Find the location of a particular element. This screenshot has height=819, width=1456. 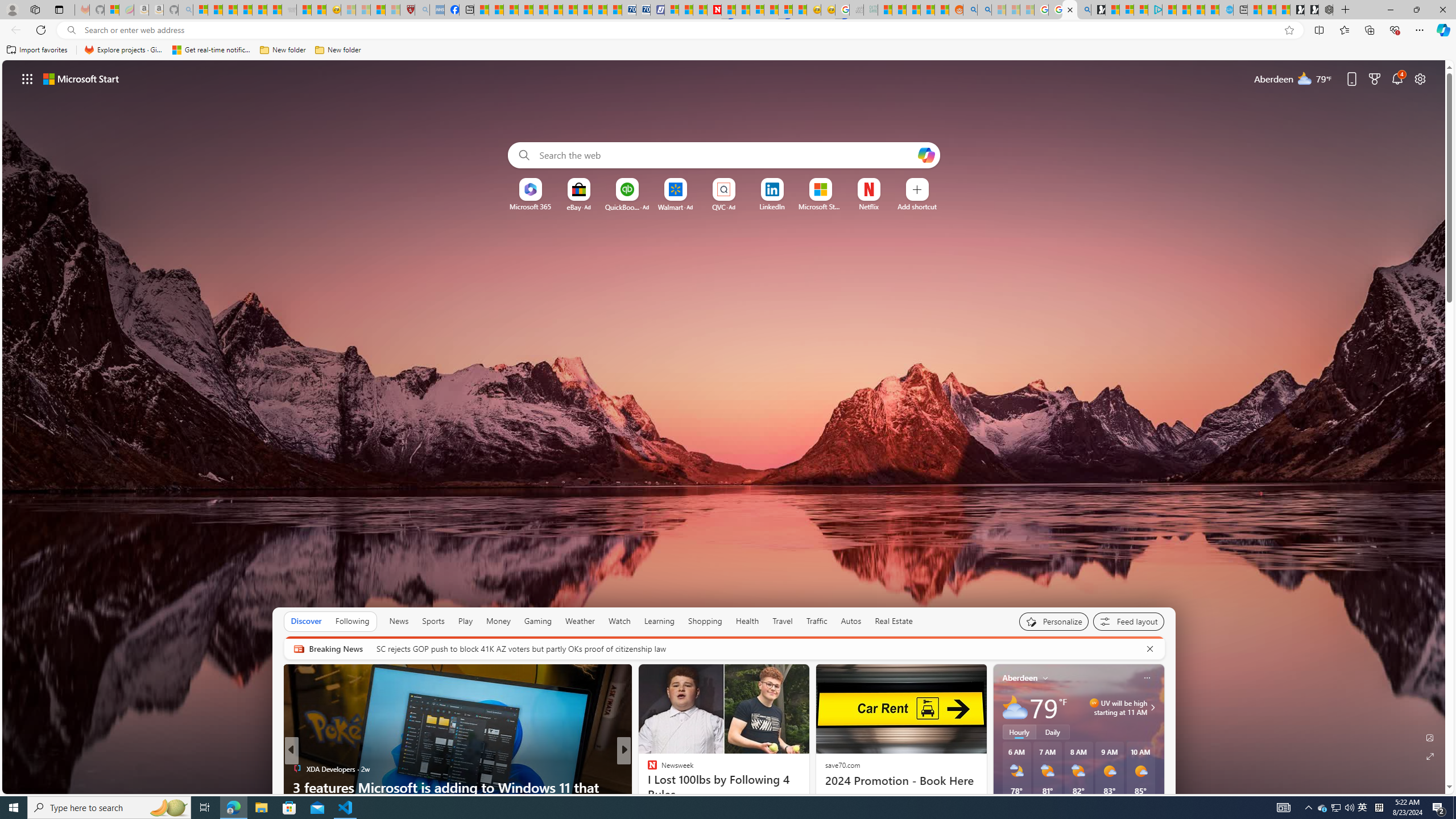

'Mostly cloudy' is located at coordinates (1015, 708).